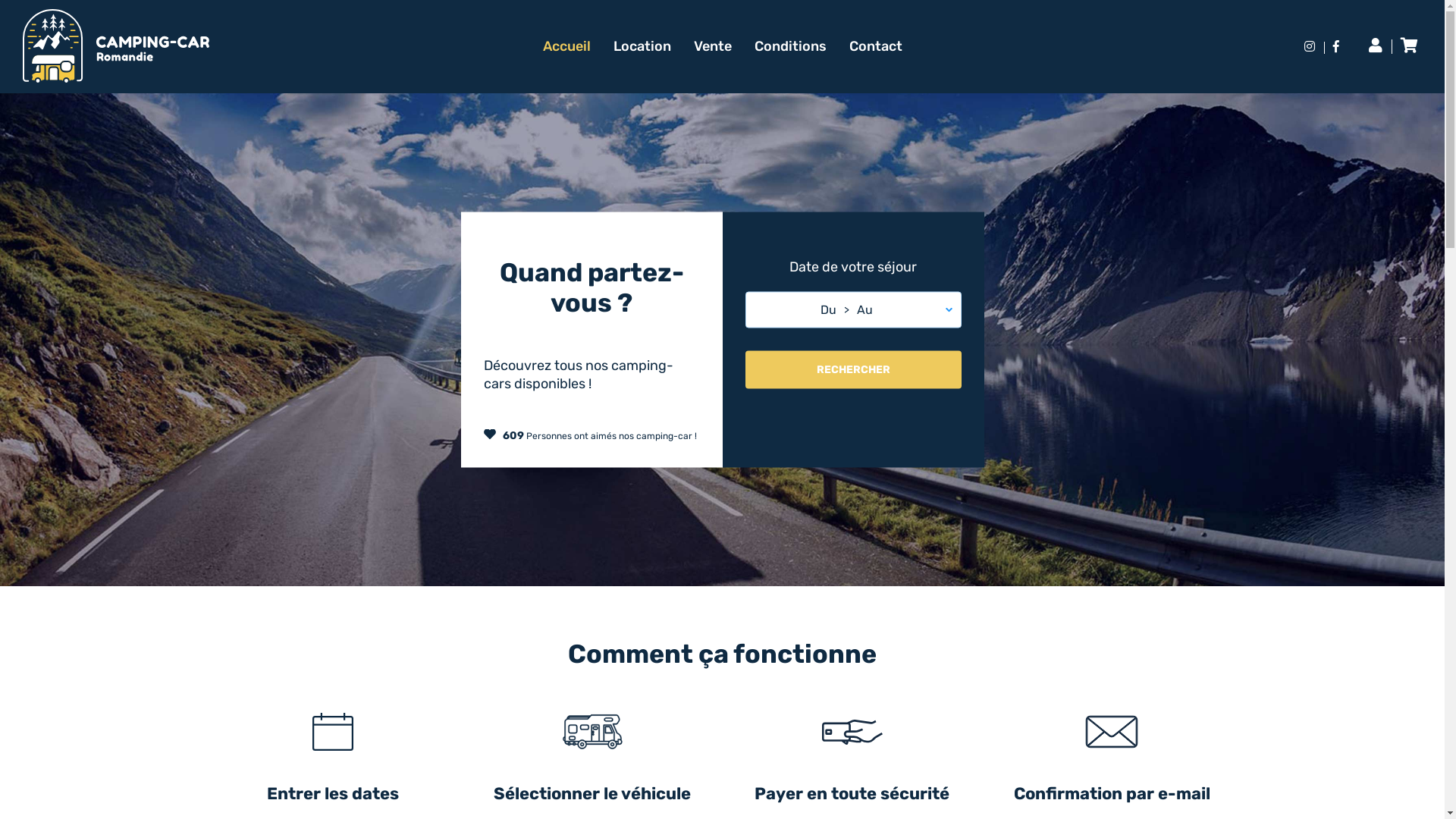  I want to click on 'Vente', so click(692, 45).